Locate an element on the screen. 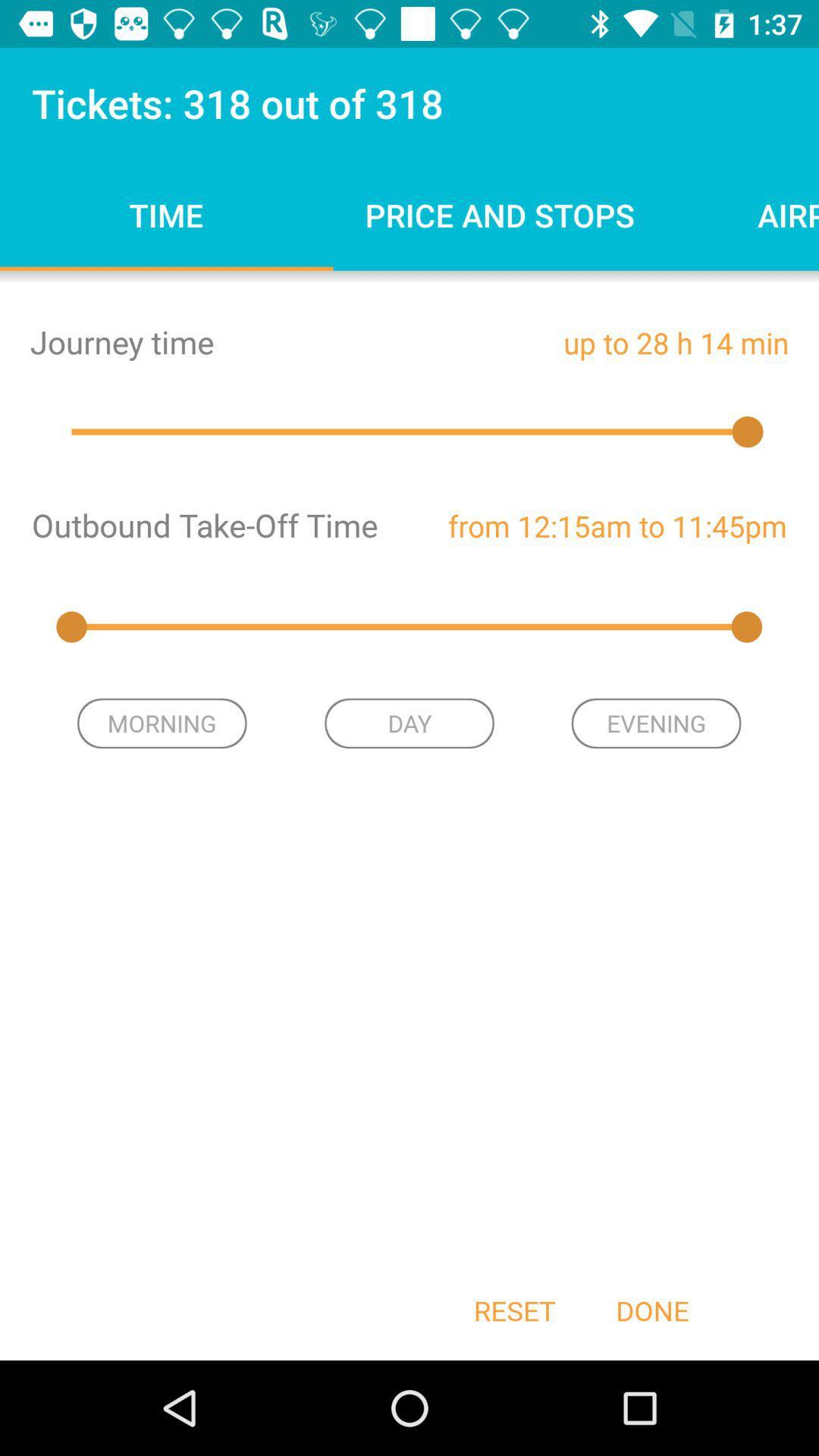 Image resolution: width=819 pixels, height=1456 pixels. the item next to the day is located at coordinates (162, 723).